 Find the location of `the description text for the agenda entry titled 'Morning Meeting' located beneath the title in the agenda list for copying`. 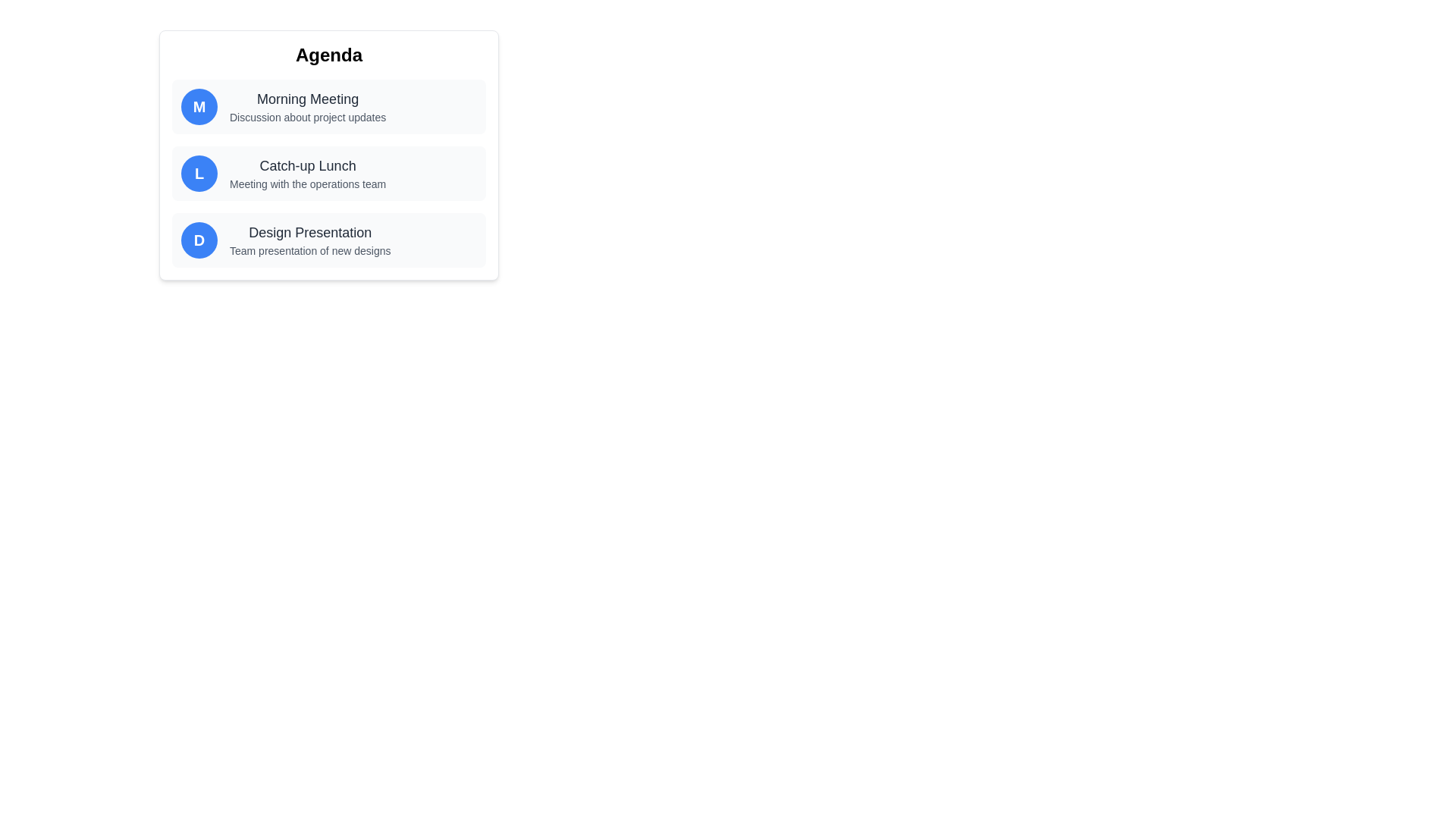

the description text for the agenda entry titled 'Morning Meeting' located beneath the title in the agenda list for copying is located at coordinates (307, 116).